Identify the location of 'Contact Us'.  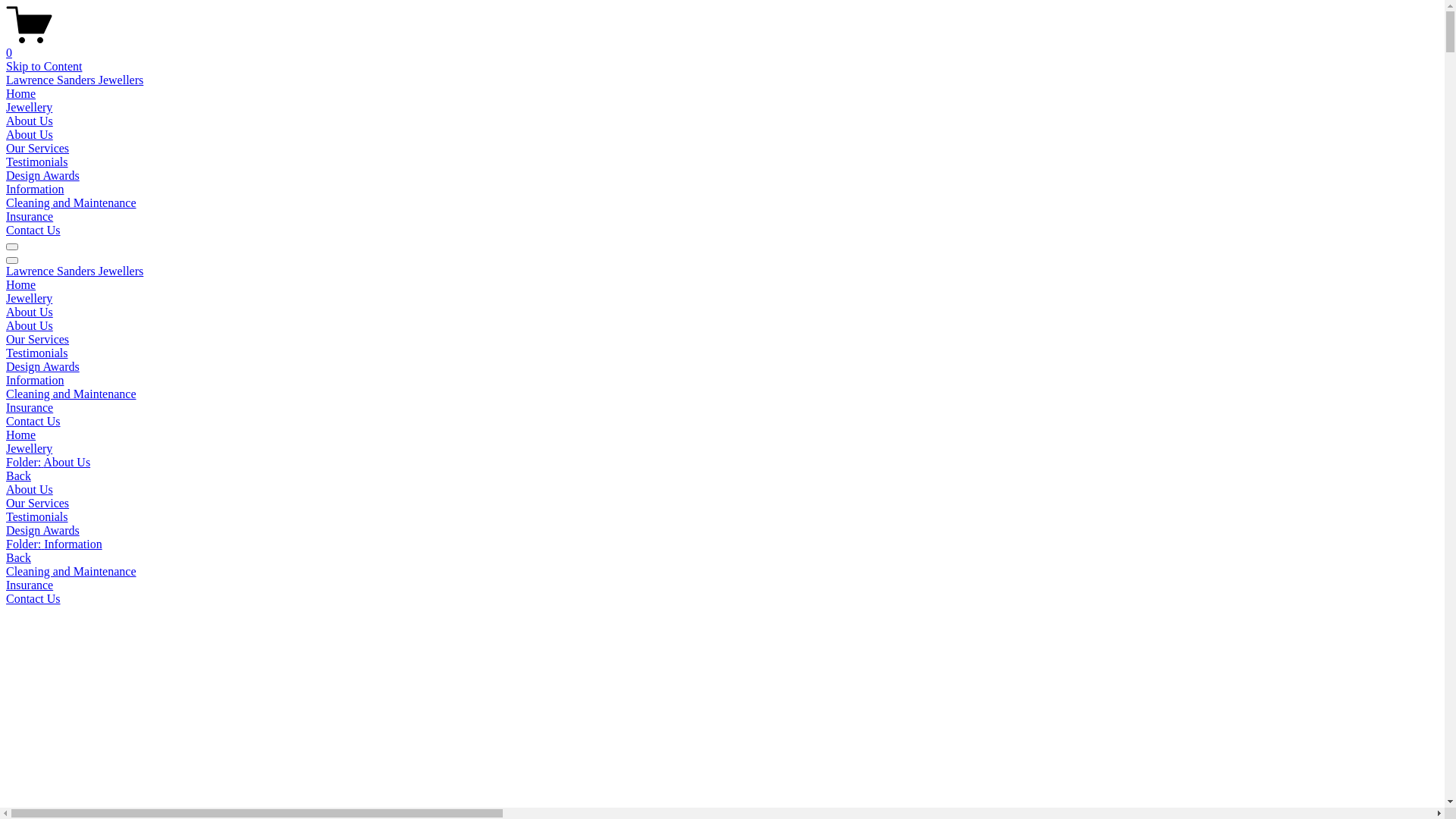
(6, 421).